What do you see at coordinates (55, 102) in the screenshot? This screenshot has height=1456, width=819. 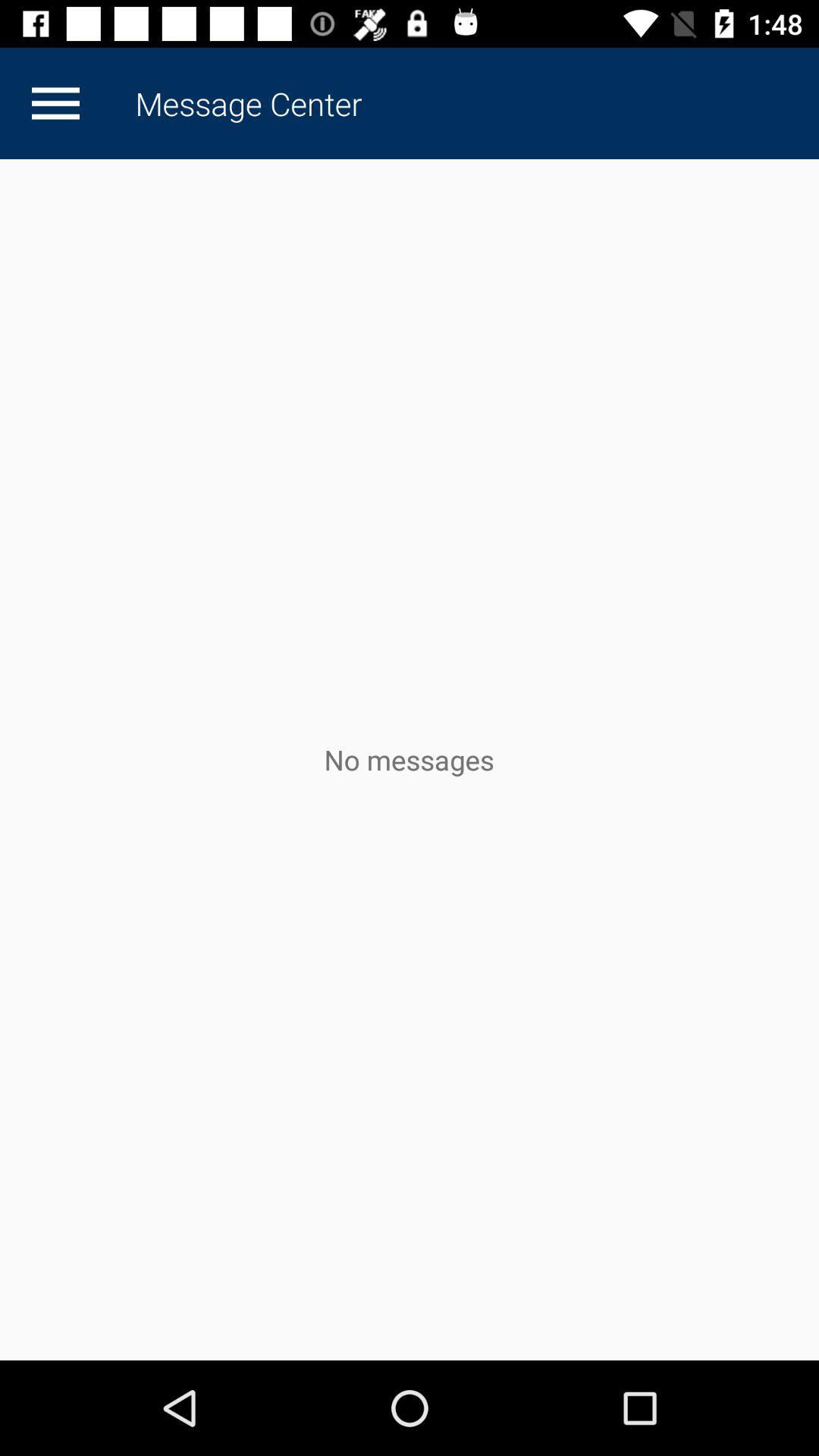 I see `app next to the message center item` at bounding box center [55, 102].